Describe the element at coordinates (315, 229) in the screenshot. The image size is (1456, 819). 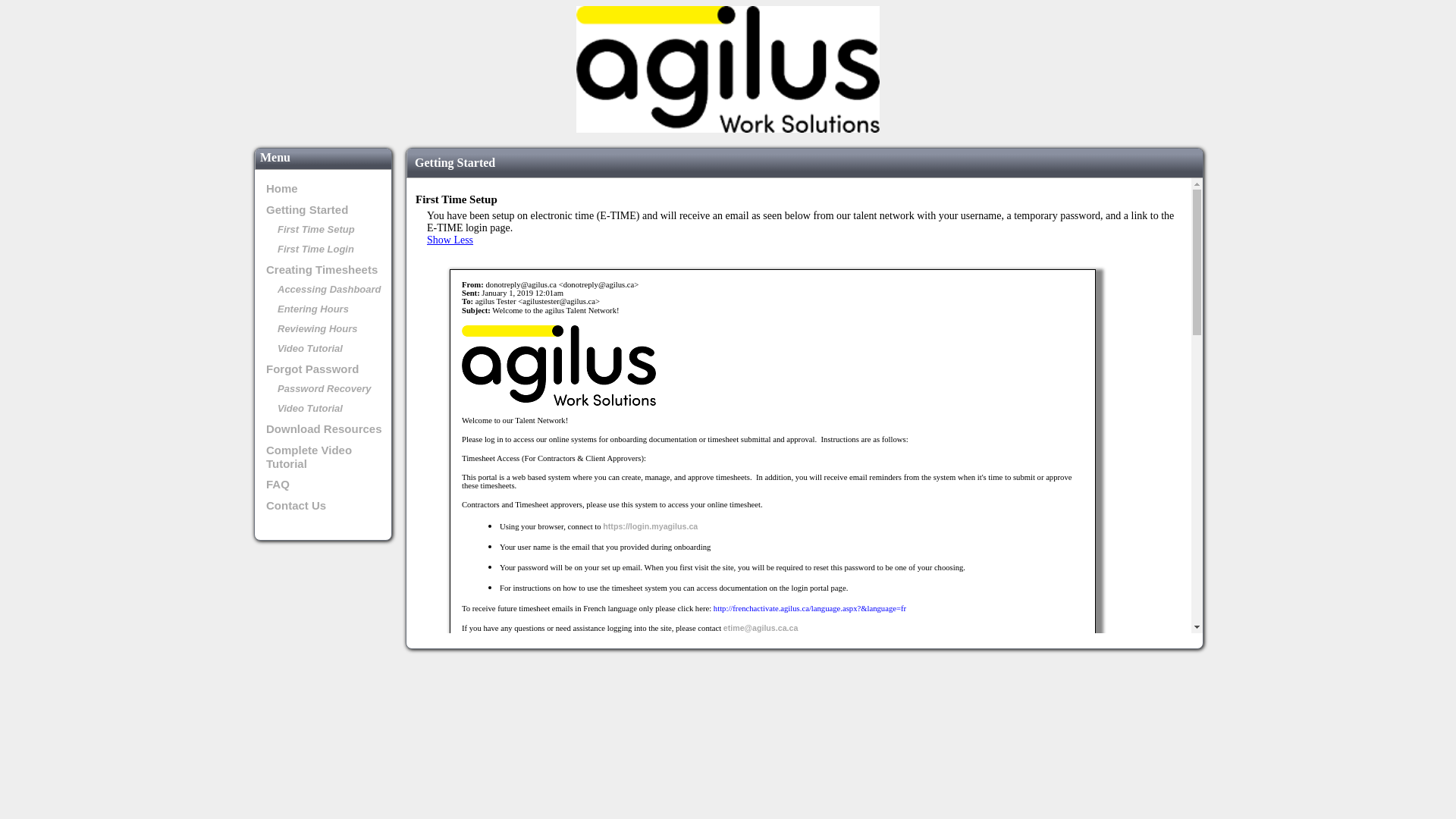
I see `'First Time Setup'` at that location.